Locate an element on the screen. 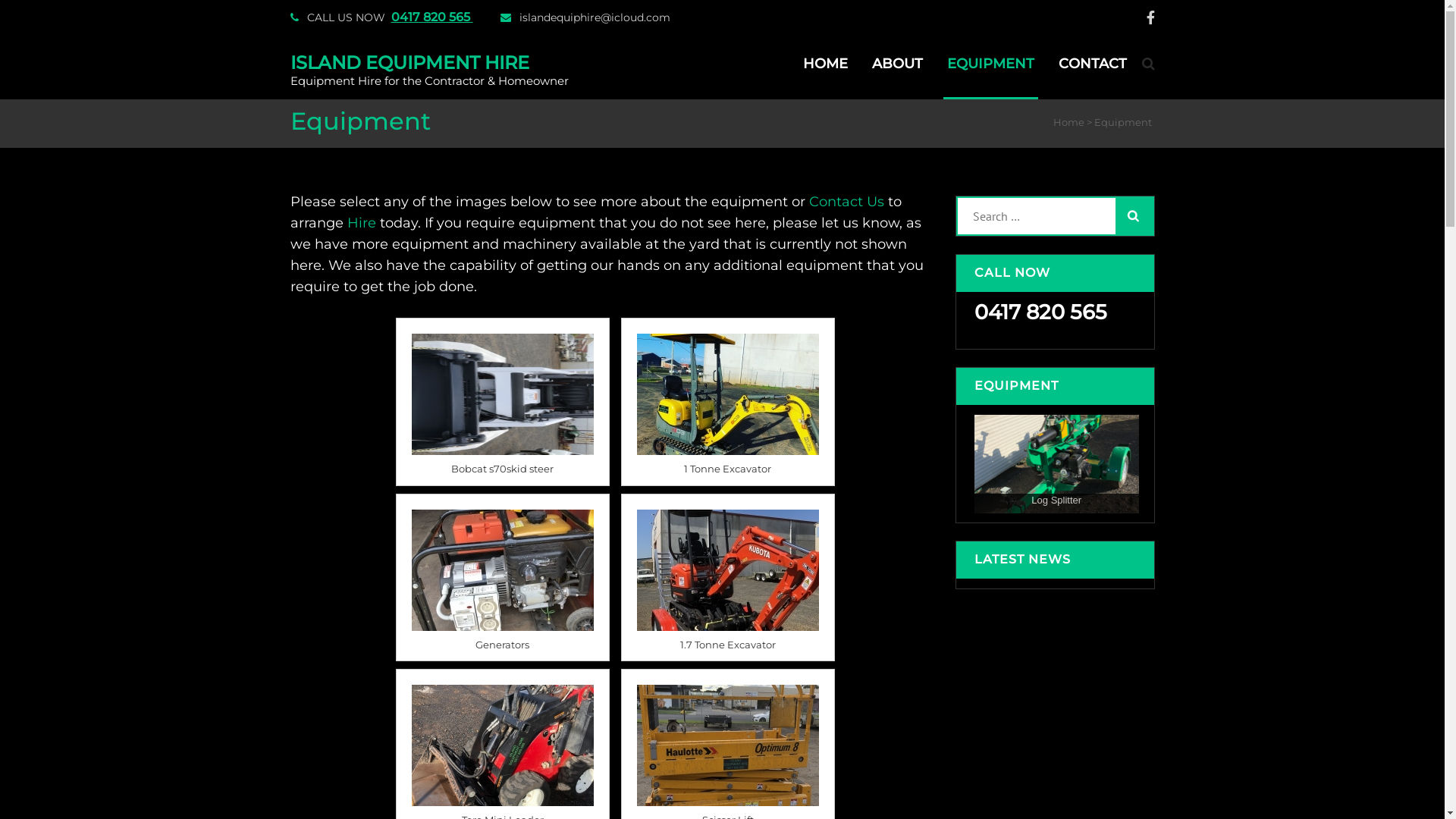 The height and width of the screenshot is (819, 1456). 'Home' is located at coordinates (1067, 121).